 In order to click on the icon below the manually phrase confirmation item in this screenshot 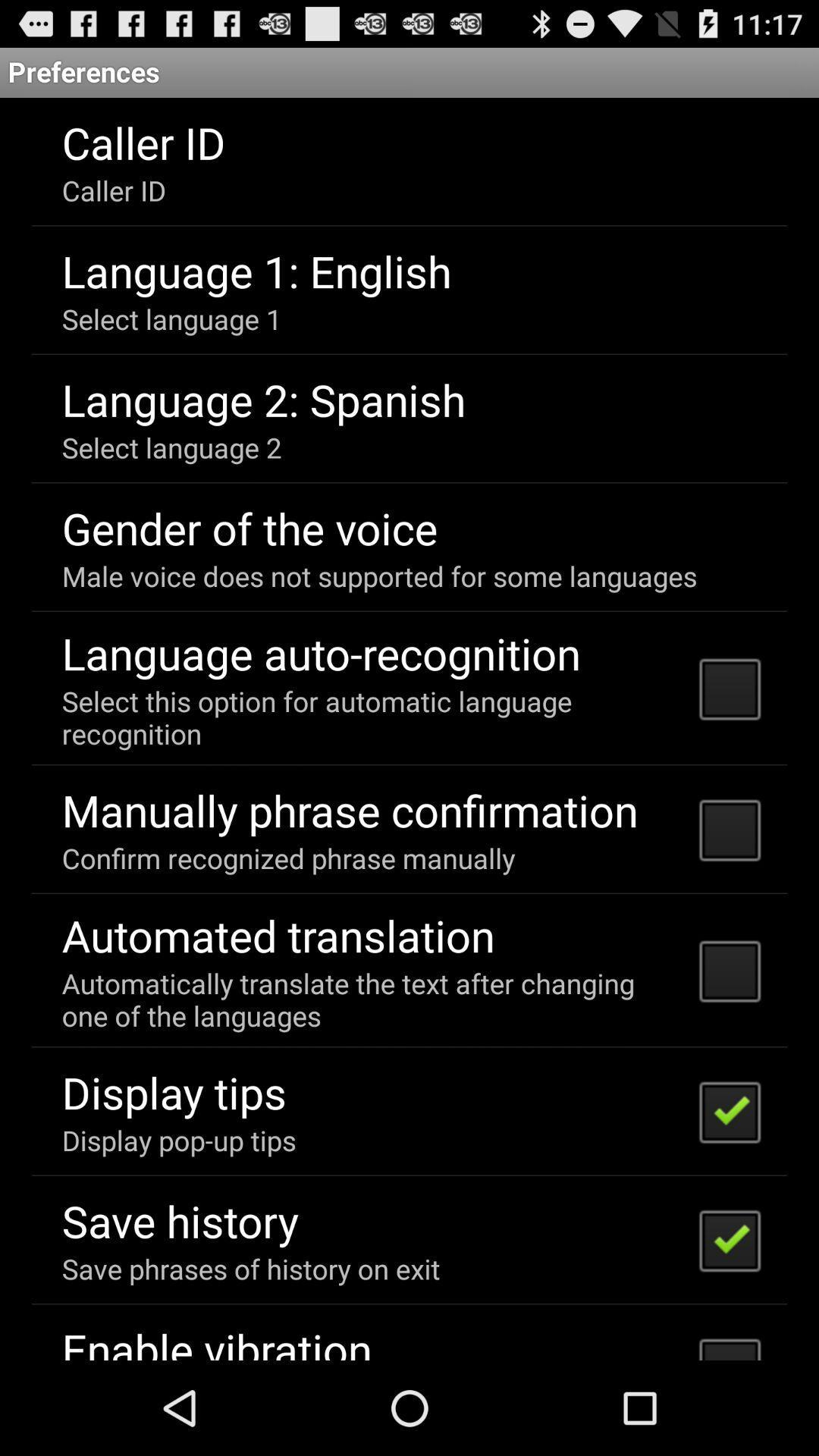, I will do `click(288, 858)`.